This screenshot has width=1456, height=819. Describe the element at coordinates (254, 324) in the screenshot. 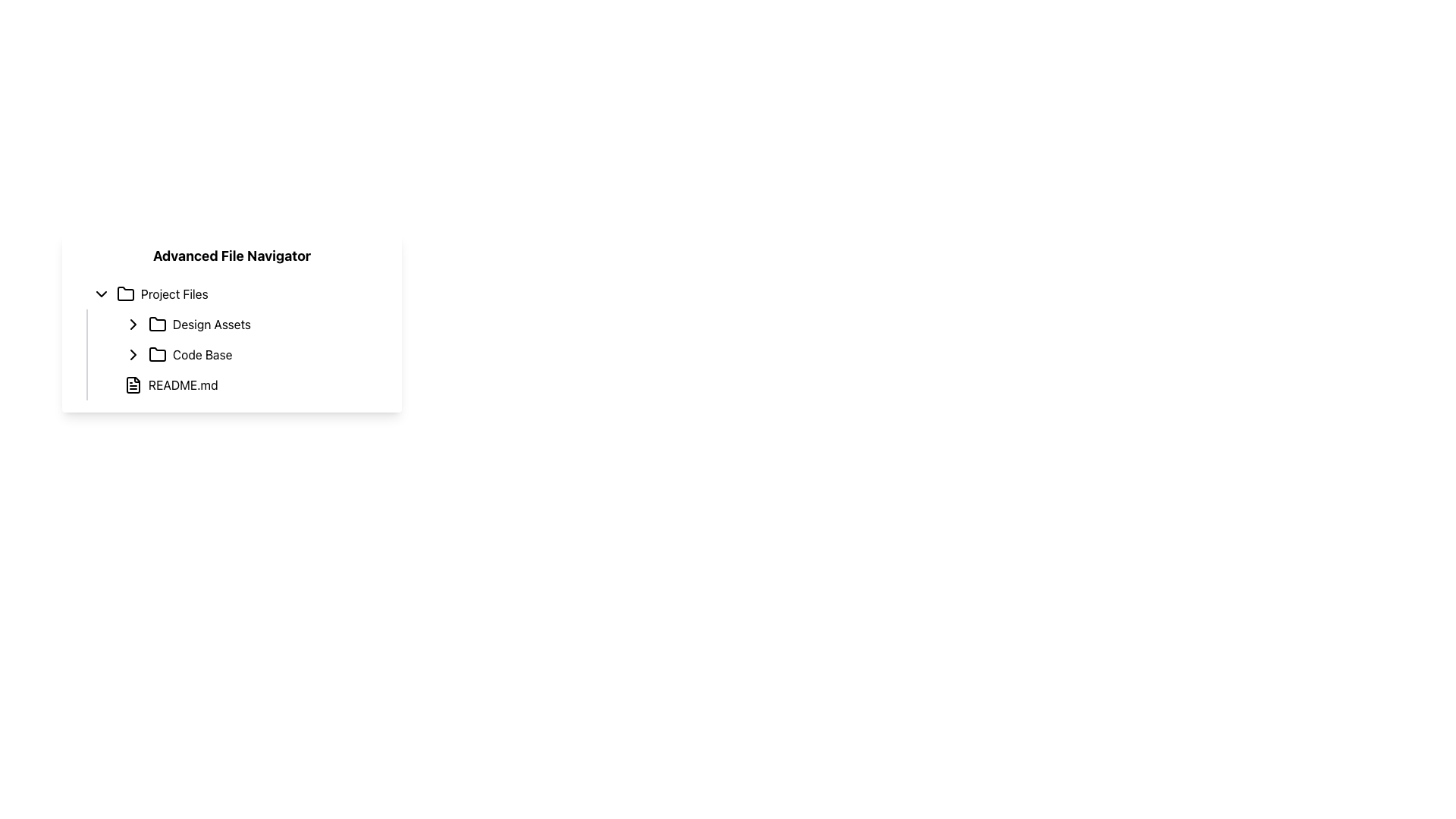

I see `the 'Design Assets' navigation link located in the advanced file navigator panel, positioned between the 'Project Files' group and the 'Code Base' item` at that location.